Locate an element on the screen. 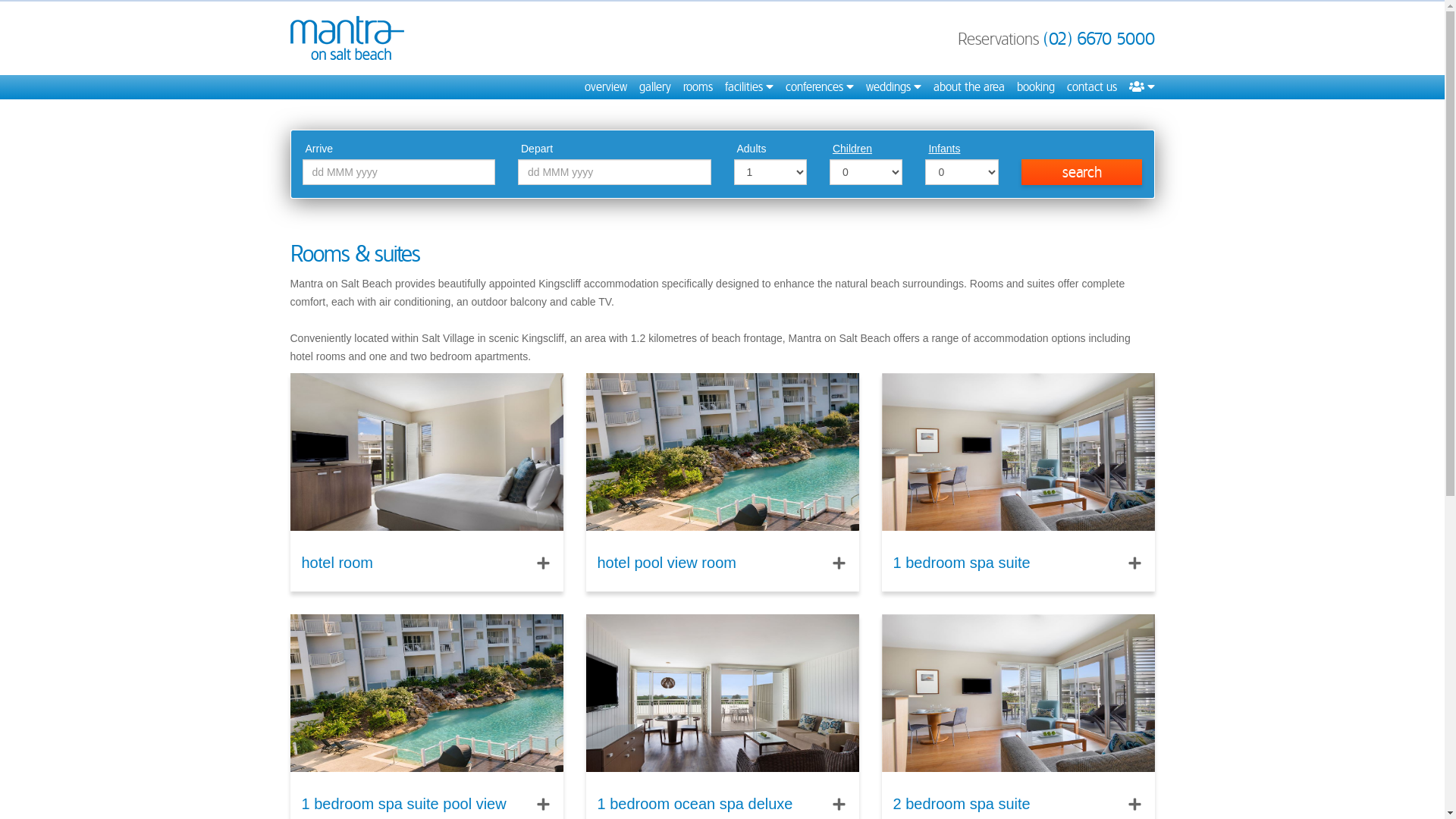 Image resolution: width=1456 pixels, height=819 pixels. 'search' is located at coordinates (1081, 171).